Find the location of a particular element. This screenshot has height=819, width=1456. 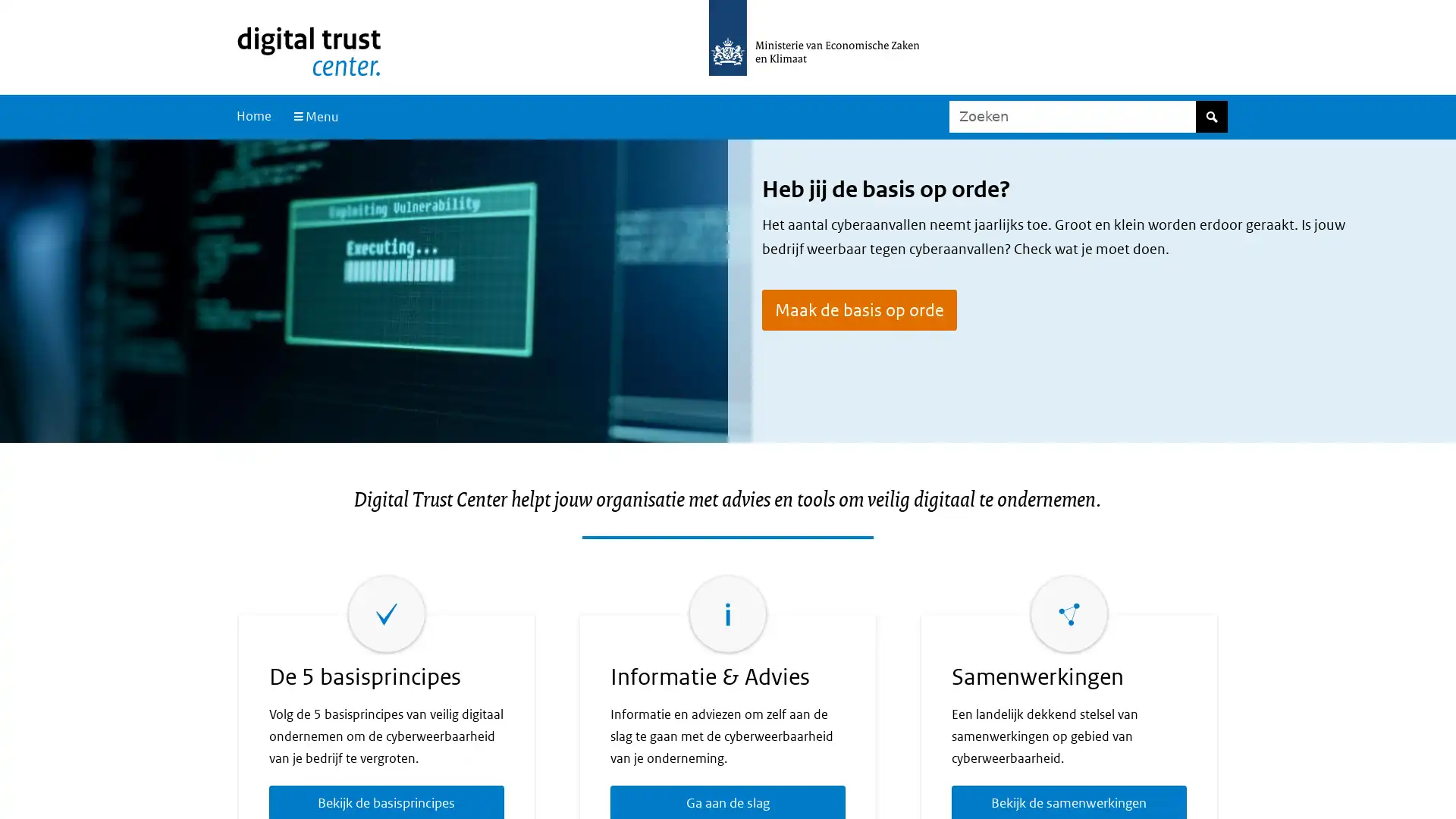

Toggle navigation is located at coordinates (313, 116).